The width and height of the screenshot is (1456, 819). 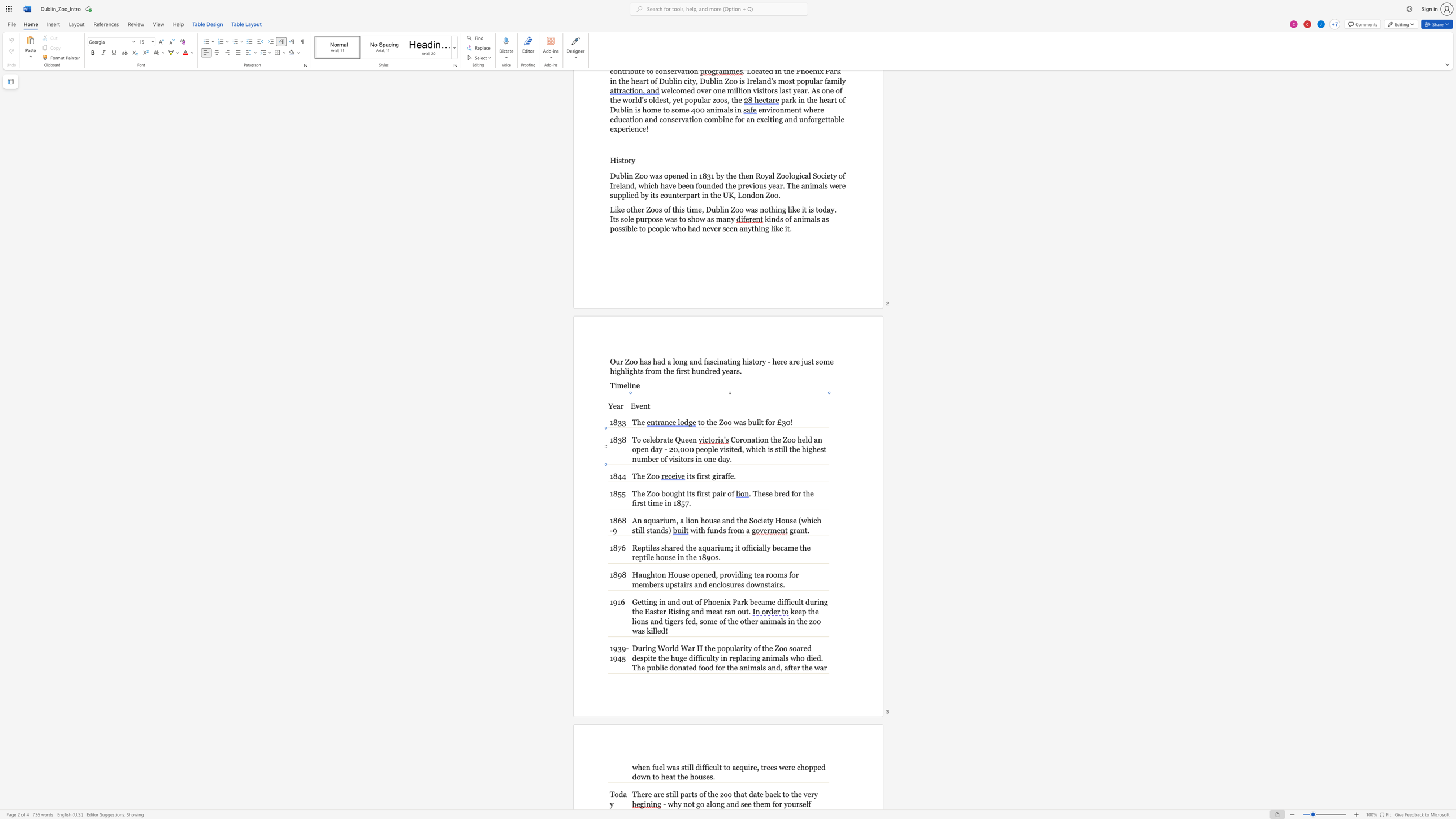 I want to click on the space between the continuous character "g" and "i" in the text, so click(x=715, y=476).